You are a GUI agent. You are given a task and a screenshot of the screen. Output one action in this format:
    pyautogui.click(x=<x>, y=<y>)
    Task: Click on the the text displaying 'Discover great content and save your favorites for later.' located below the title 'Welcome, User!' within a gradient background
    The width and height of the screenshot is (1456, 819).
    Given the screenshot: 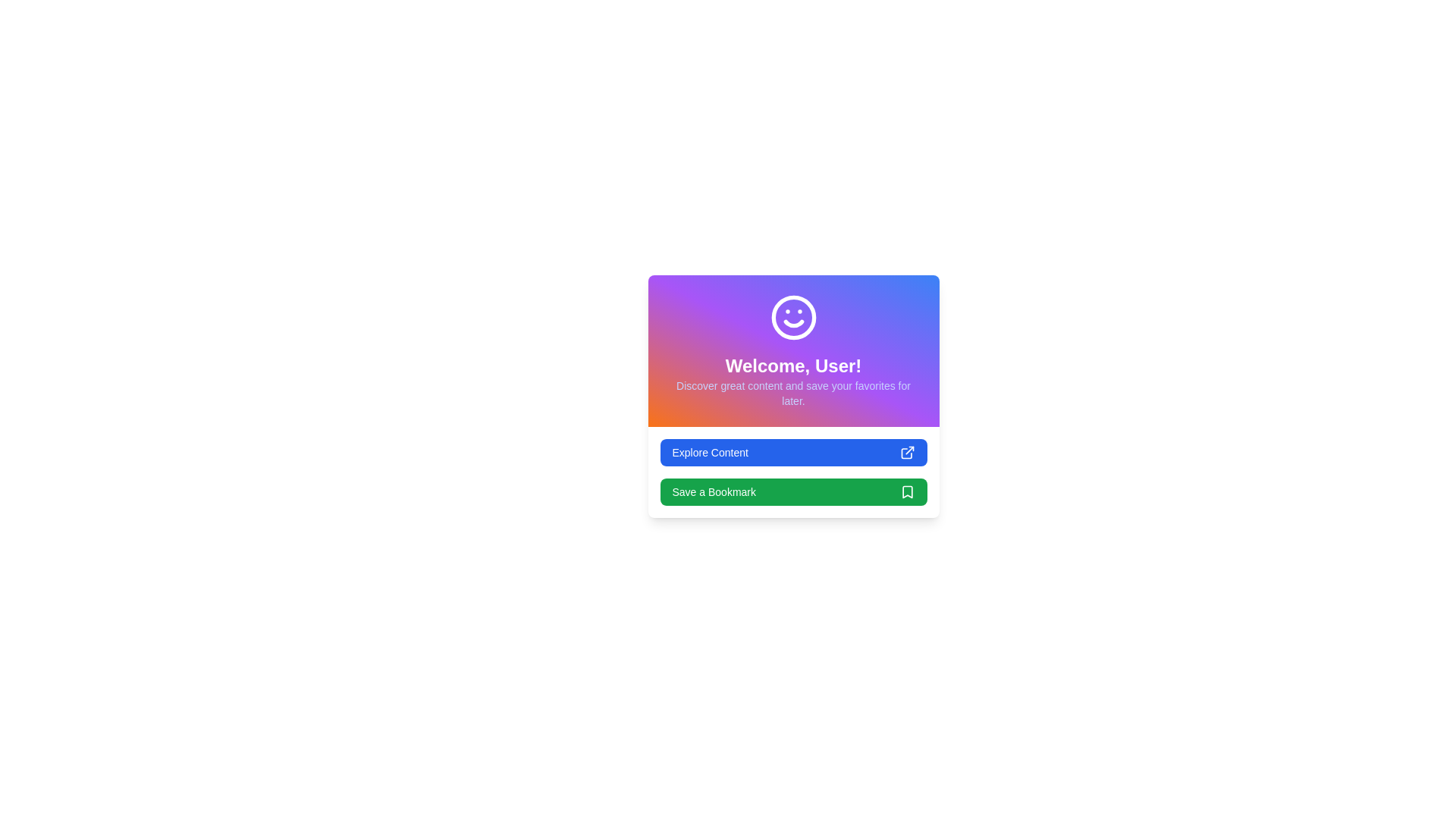 What is the action you would take?
    pyautogui.click(x=792, y=393)
    